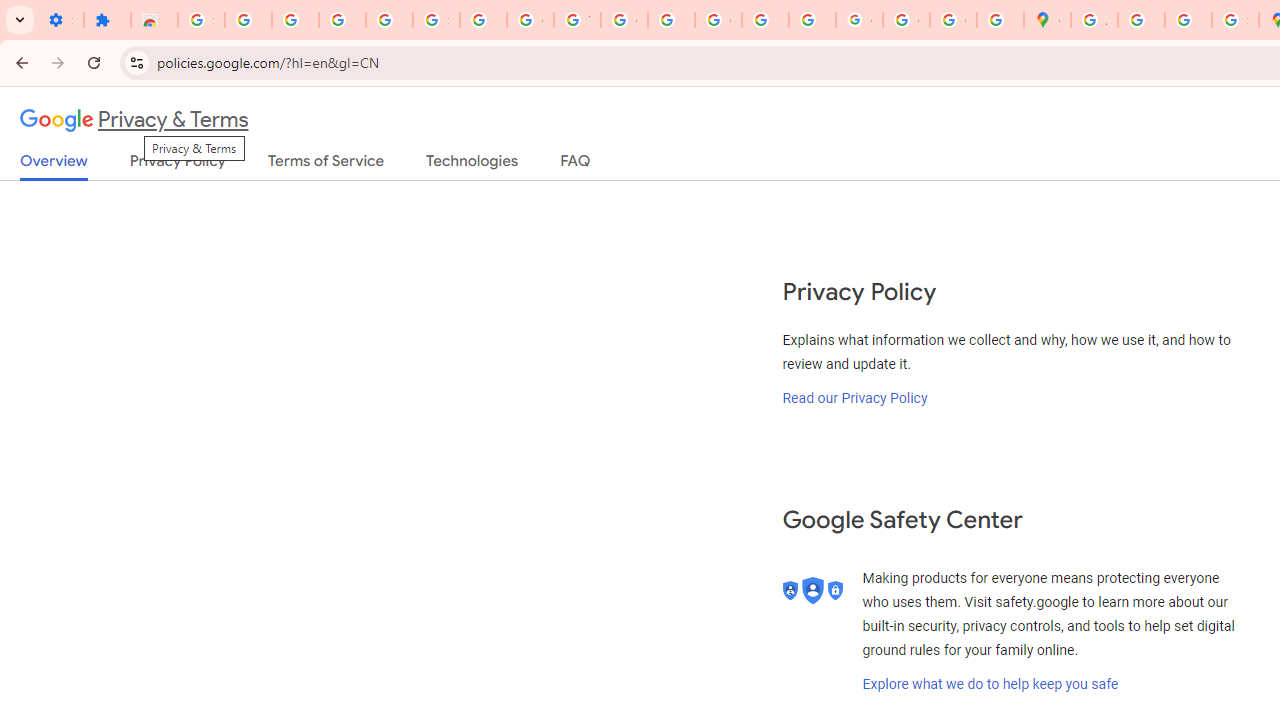 Image resolution: width=1280 pixels, height=720 pixels. What do you see at coordinates (60, 20) in the screenshot?
I see `'Settings - On startup'` at bounding box center [60, 20].